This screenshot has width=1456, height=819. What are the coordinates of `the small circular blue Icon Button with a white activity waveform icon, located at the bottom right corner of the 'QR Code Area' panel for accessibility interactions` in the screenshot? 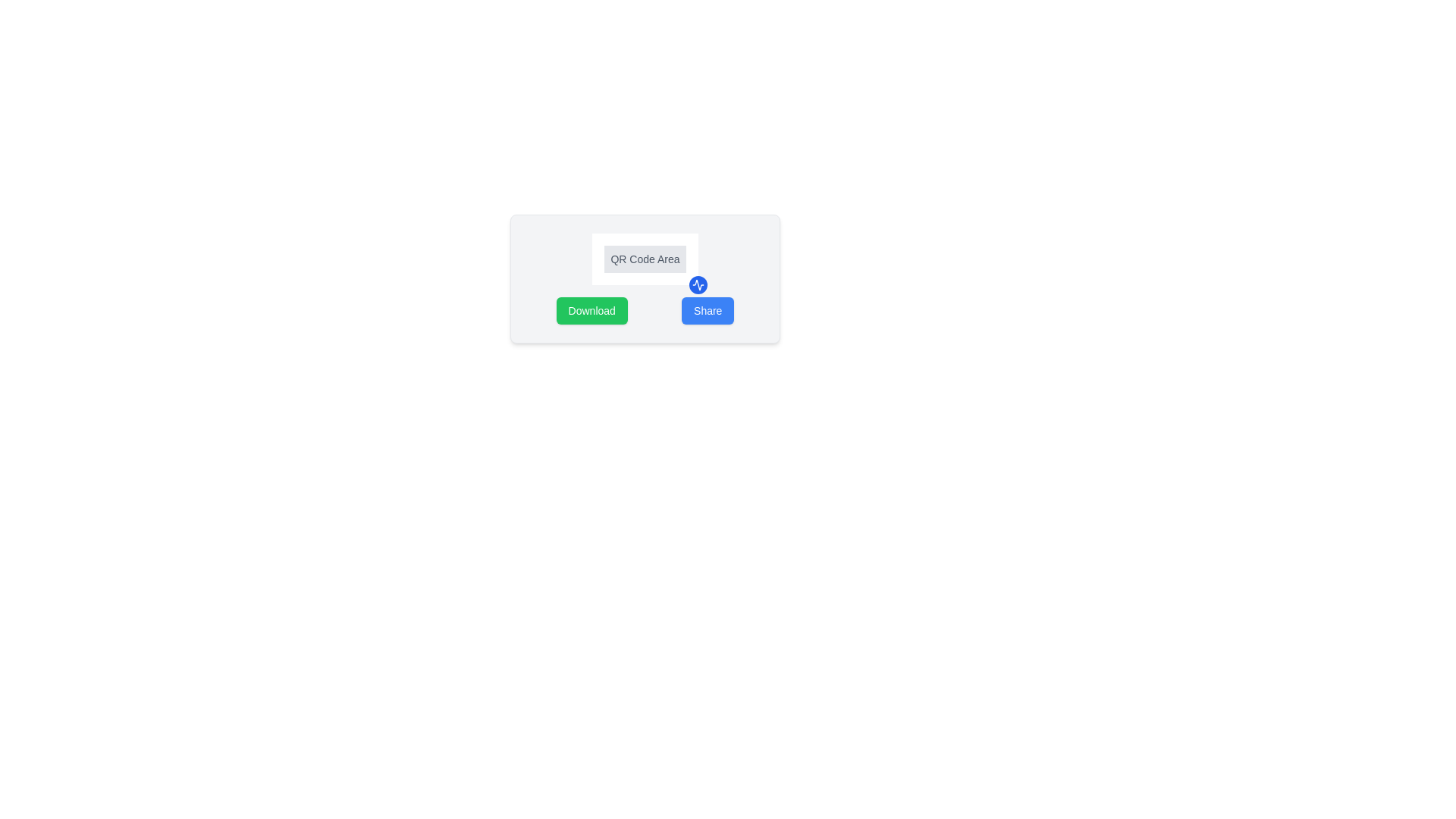 It's located at (697, 284).